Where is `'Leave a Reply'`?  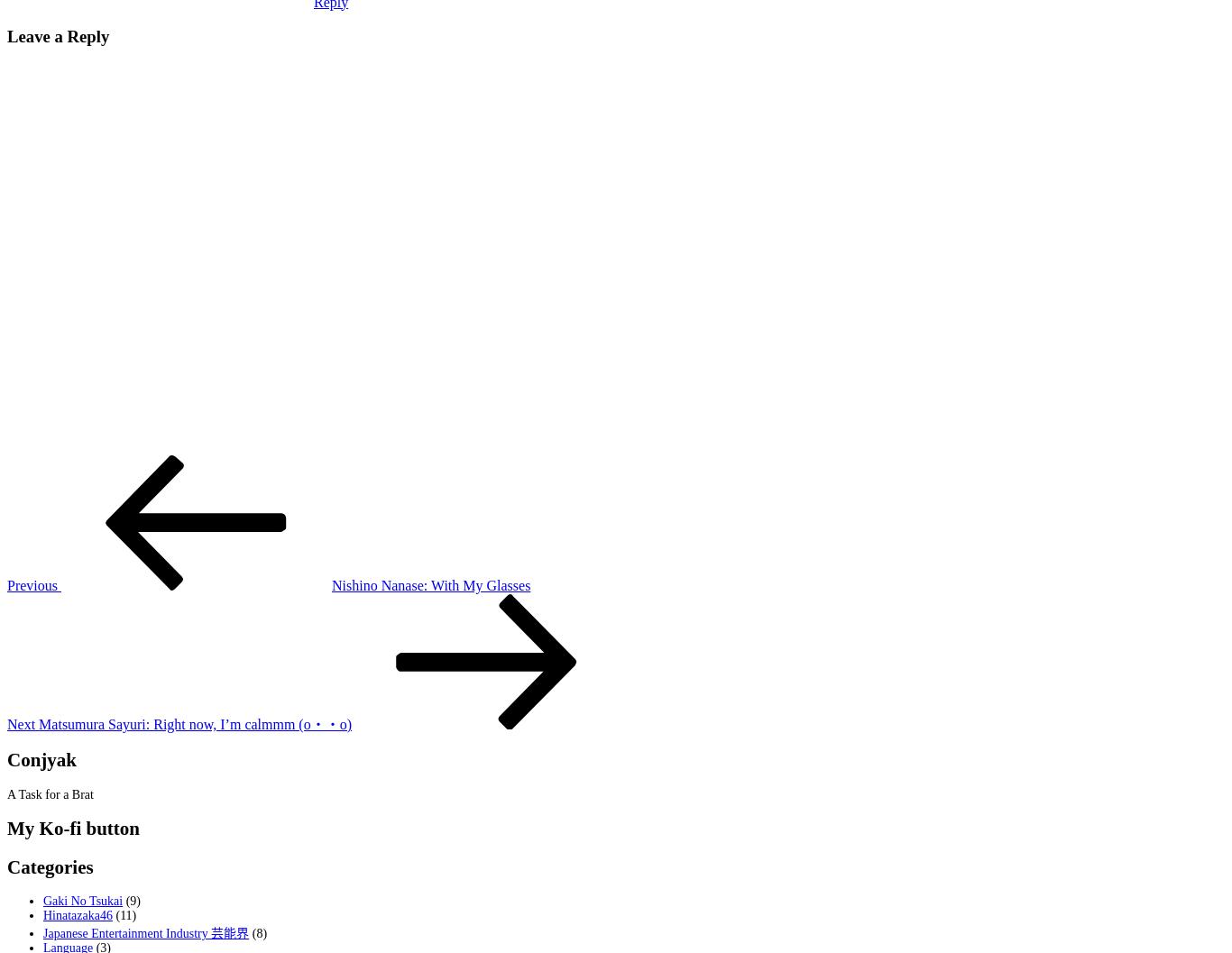 'Leave a Reply' is located at coordinates (58, 36).